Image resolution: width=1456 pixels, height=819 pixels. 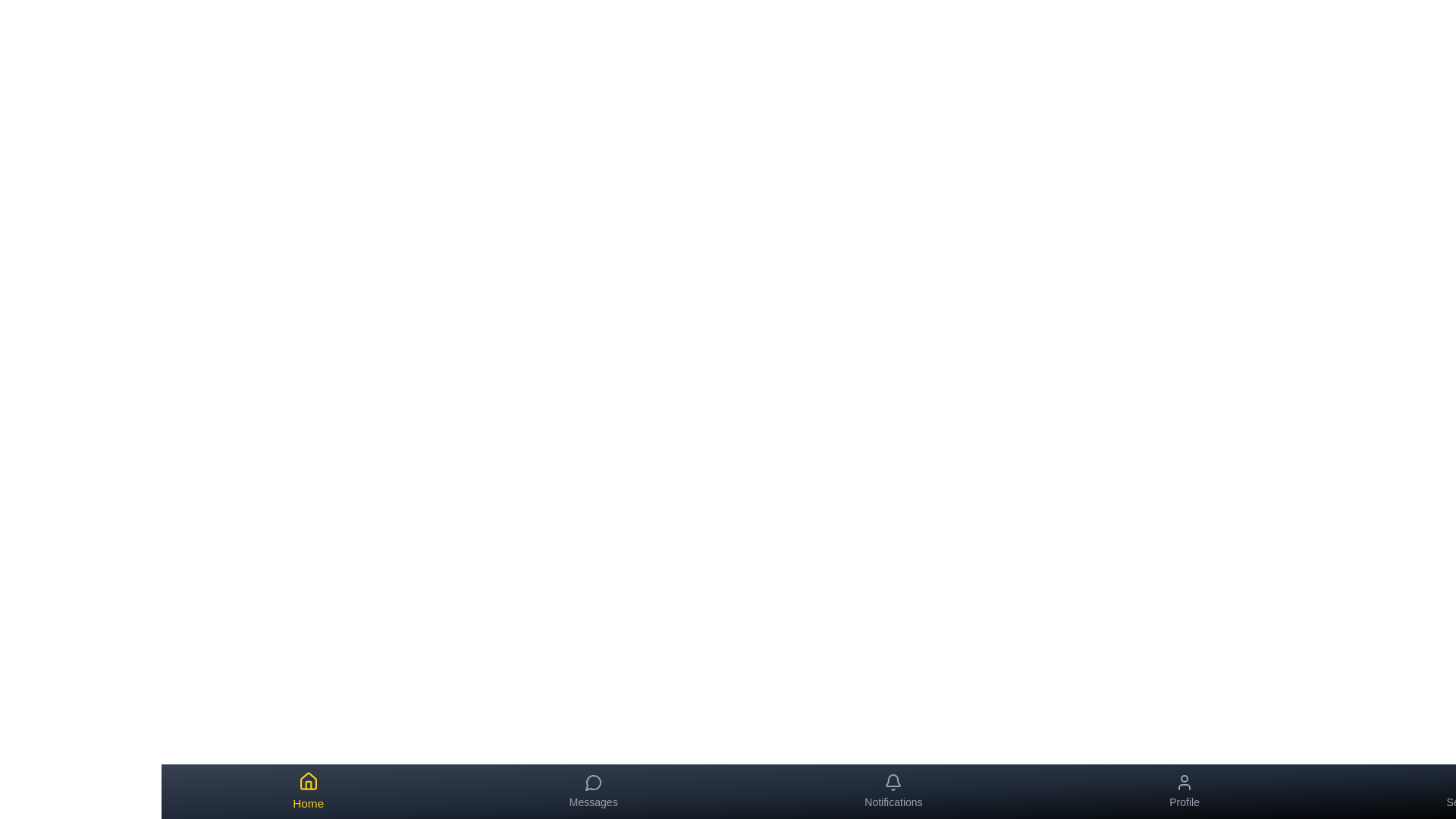 I want to click on the Profile tab to navigate to it, so click(x=1184, y=791).